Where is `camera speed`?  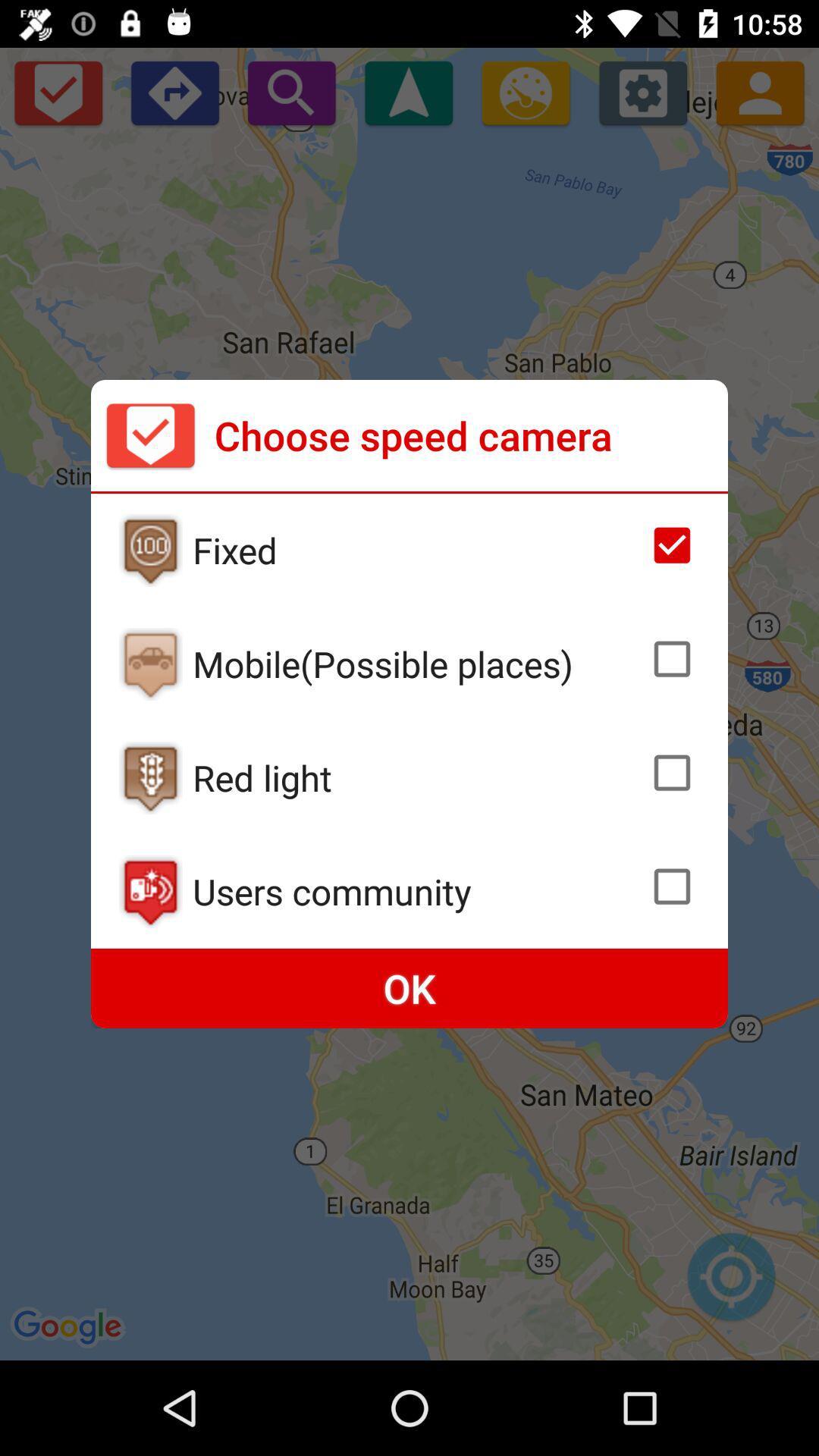 camera speed is located at coordinates (671, 545).